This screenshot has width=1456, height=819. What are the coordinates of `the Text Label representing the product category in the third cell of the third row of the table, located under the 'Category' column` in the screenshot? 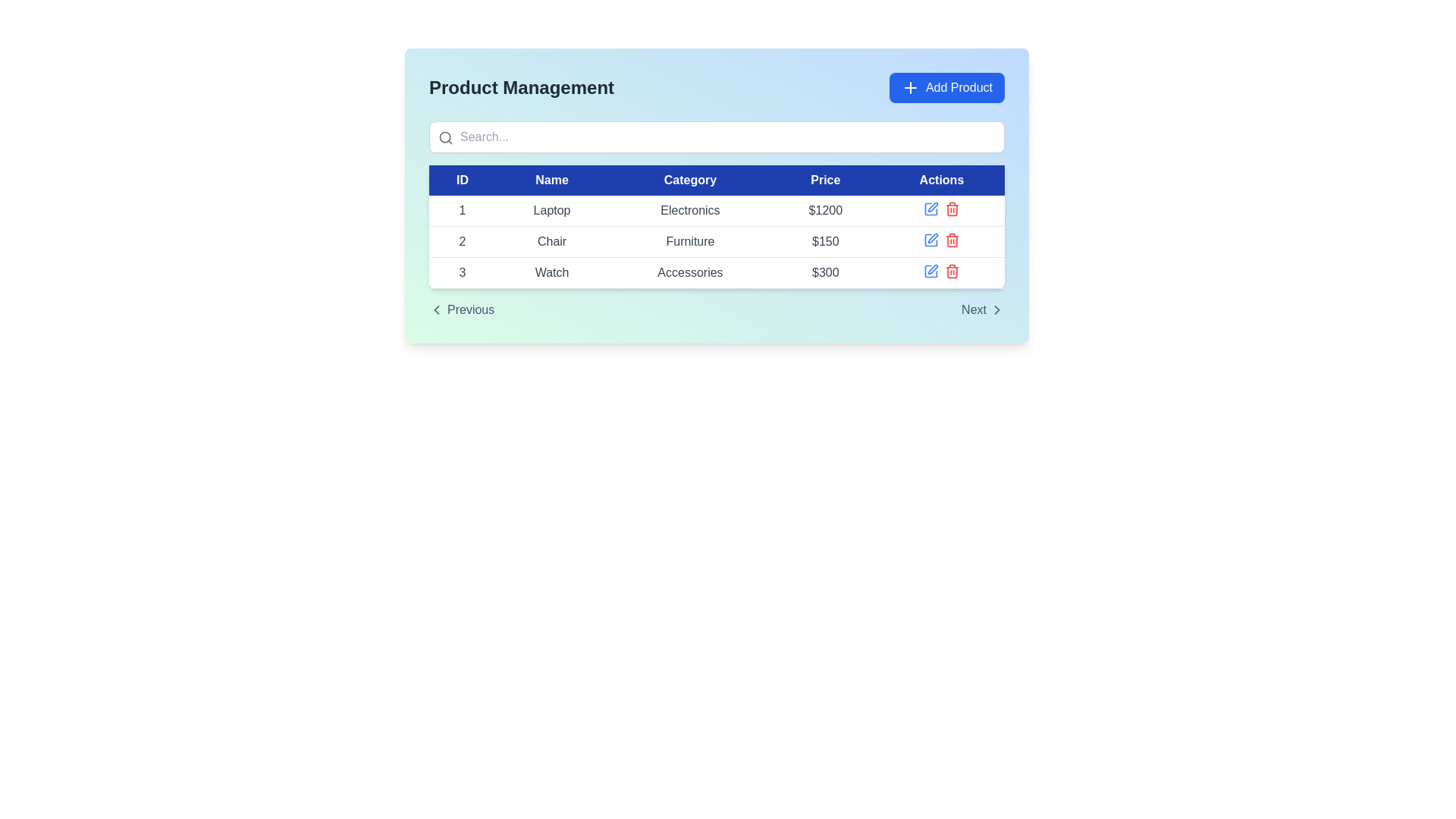 It's located at (689, 271).